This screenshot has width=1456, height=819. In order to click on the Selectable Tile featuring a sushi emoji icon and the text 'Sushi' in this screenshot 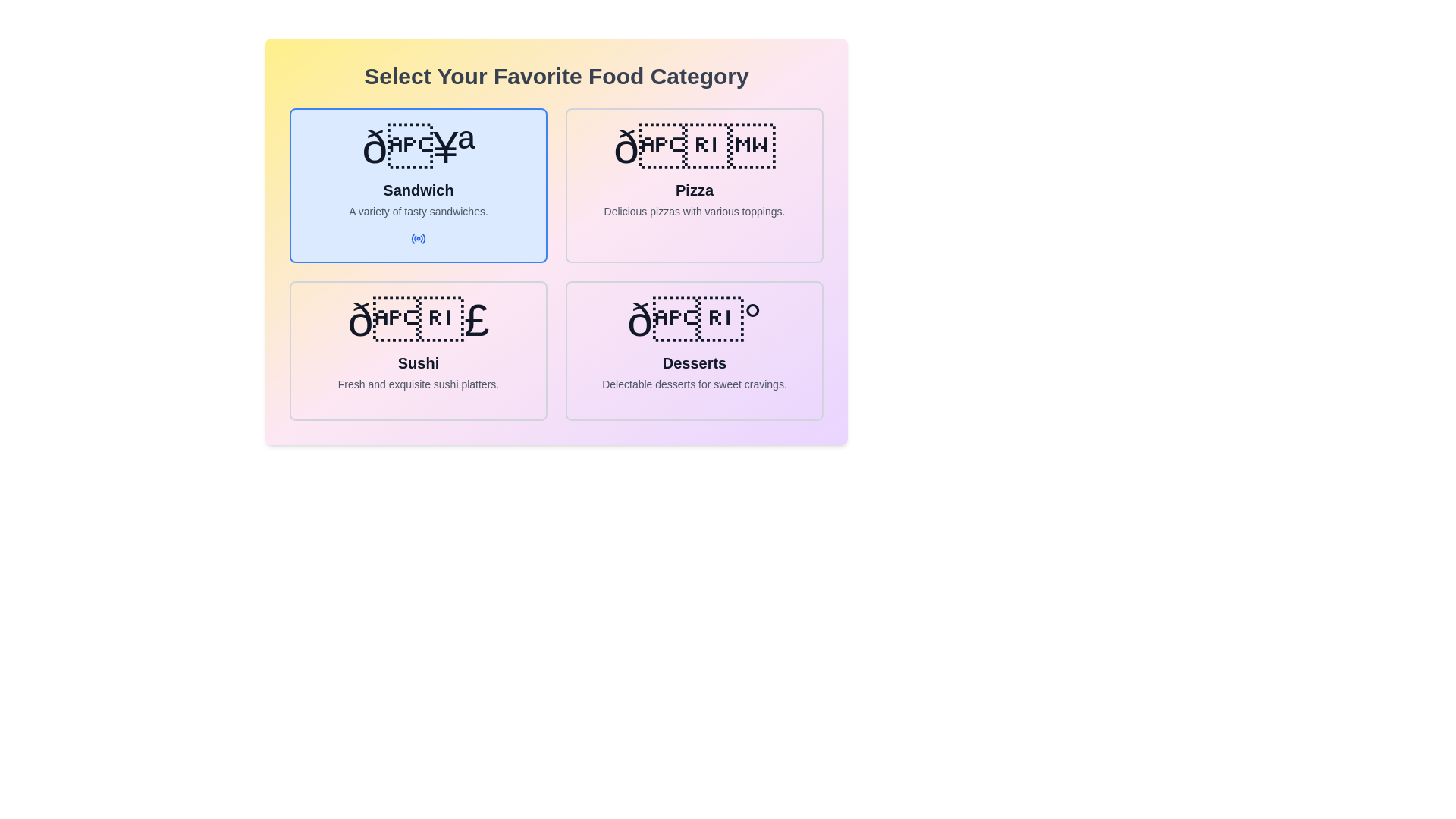, I will do `click(419, 350)`.